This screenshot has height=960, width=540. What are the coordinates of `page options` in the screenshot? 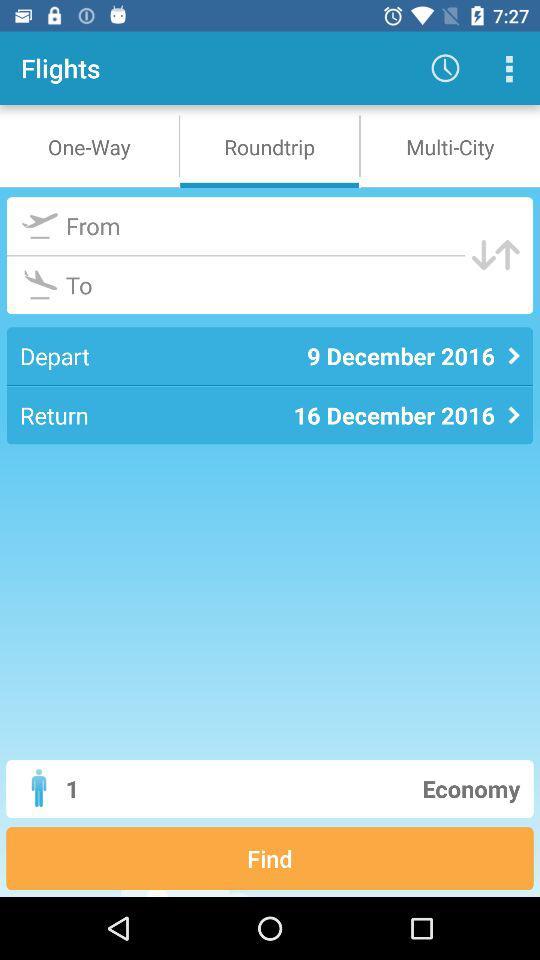 It's located at (508, 68).